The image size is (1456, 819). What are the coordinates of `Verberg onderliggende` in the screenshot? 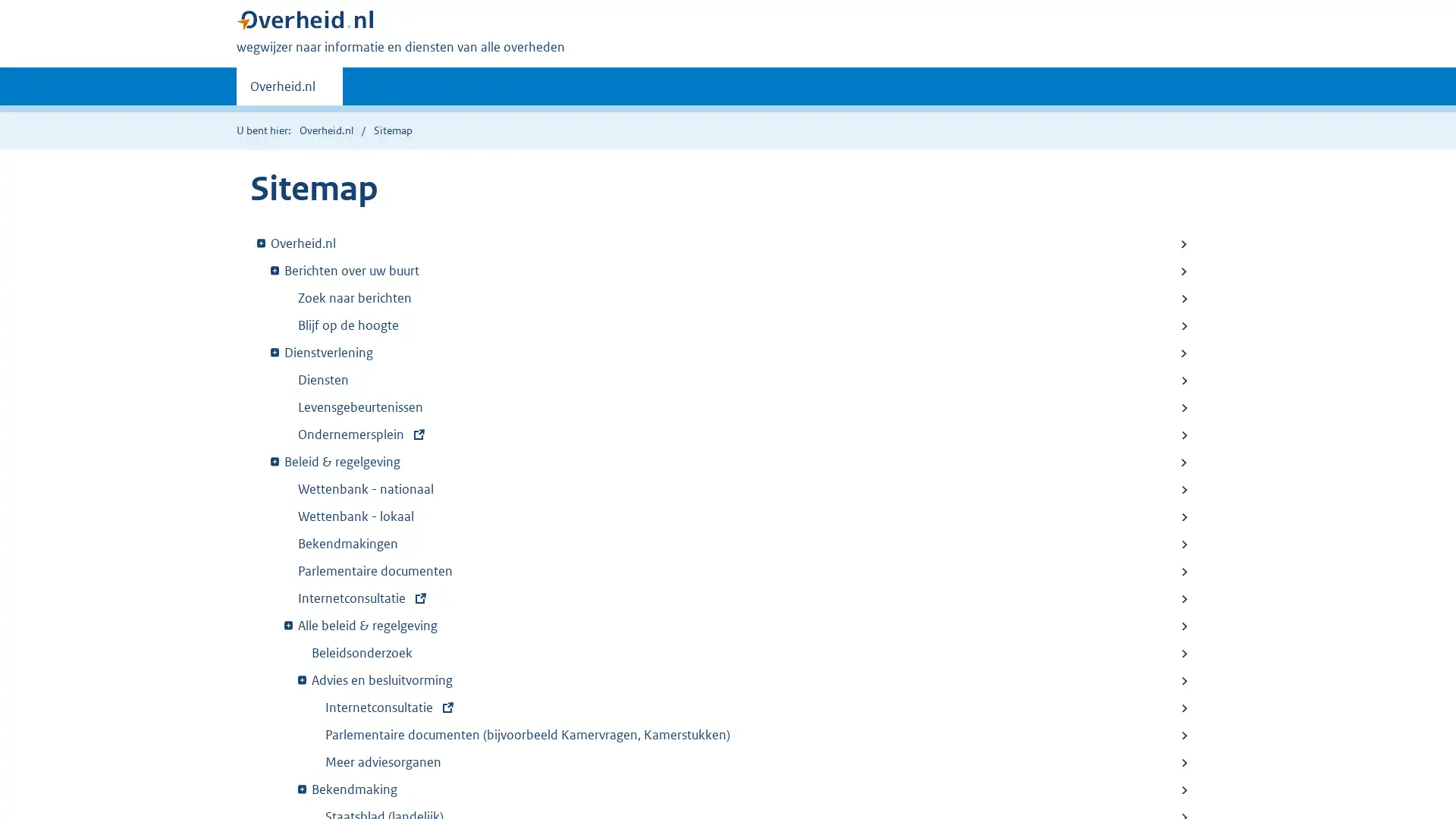 It's located at (275, 268).